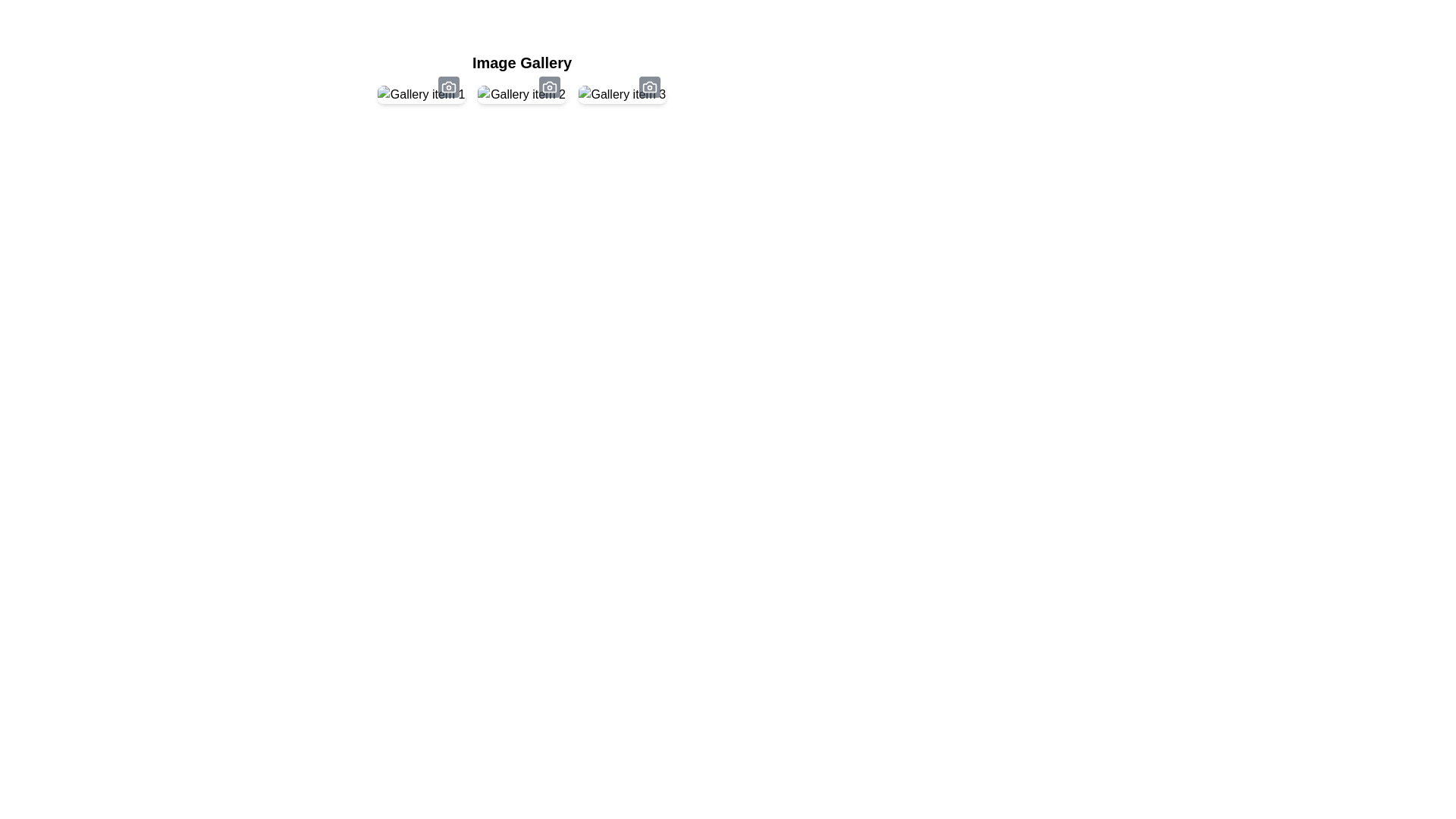 This screenshot has width=1456, height=819. Describe the element at coordinates (522, 62) in the screenshot. I see `the 'Image Gallery' label at the top of the interface, styled with bold font and larger text size` at that location.